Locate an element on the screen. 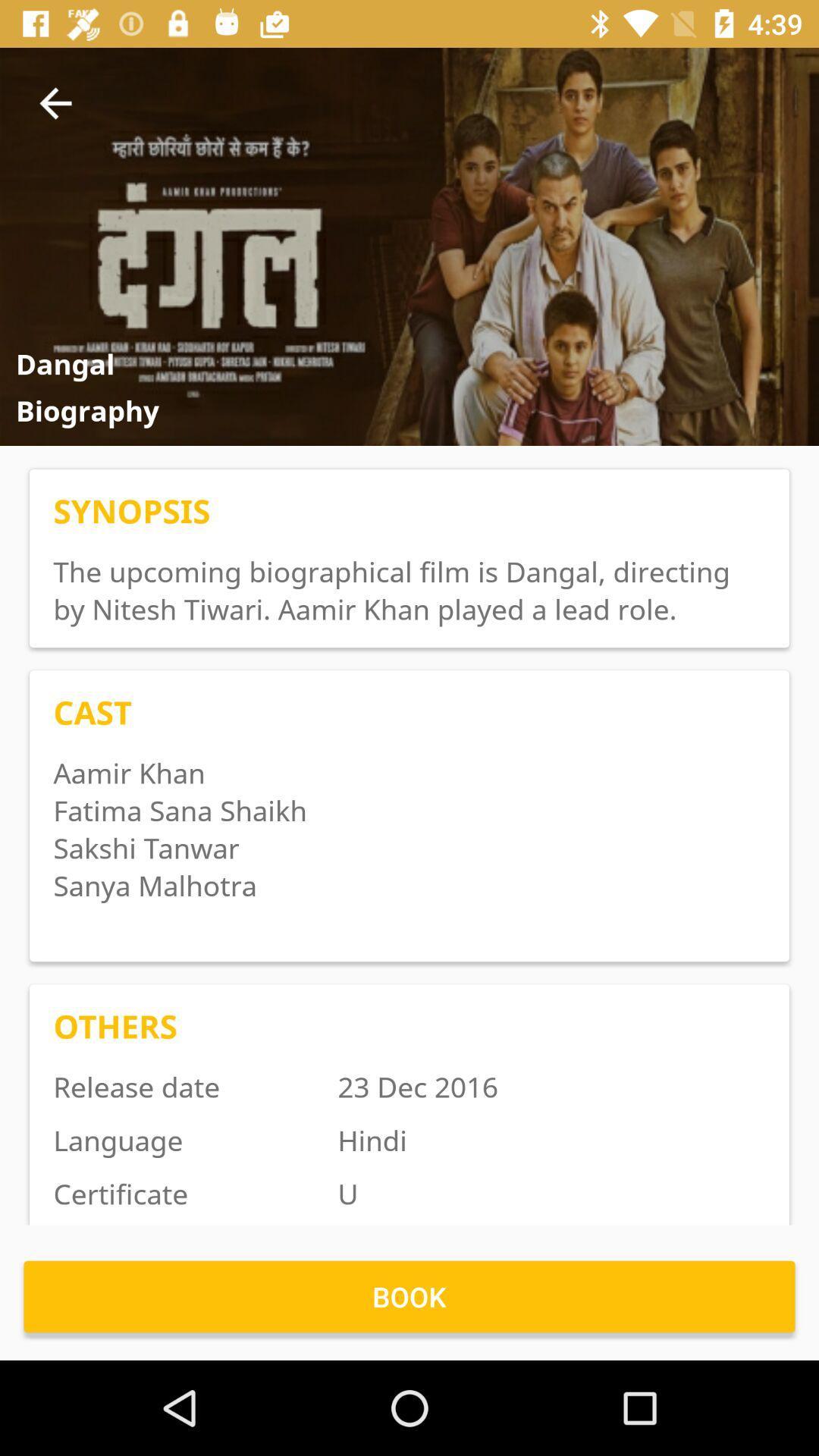 This screenshot has width=819, height=1456. the book item is located at coordinates (409, 1295).